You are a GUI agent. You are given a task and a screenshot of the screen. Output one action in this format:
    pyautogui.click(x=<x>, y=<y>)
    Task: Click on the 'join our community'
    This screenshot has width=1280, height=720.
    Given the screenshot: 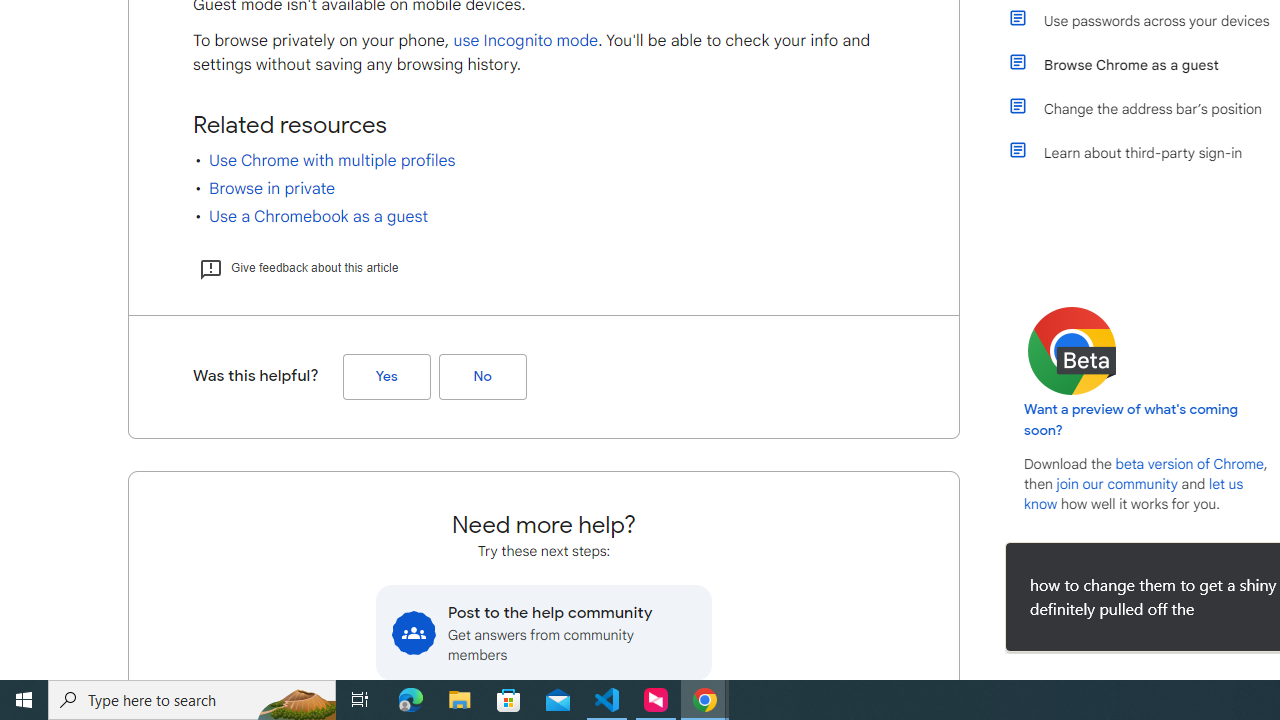 What is the action you would take?
    pyautogui.click(x=1115, y=484)
    